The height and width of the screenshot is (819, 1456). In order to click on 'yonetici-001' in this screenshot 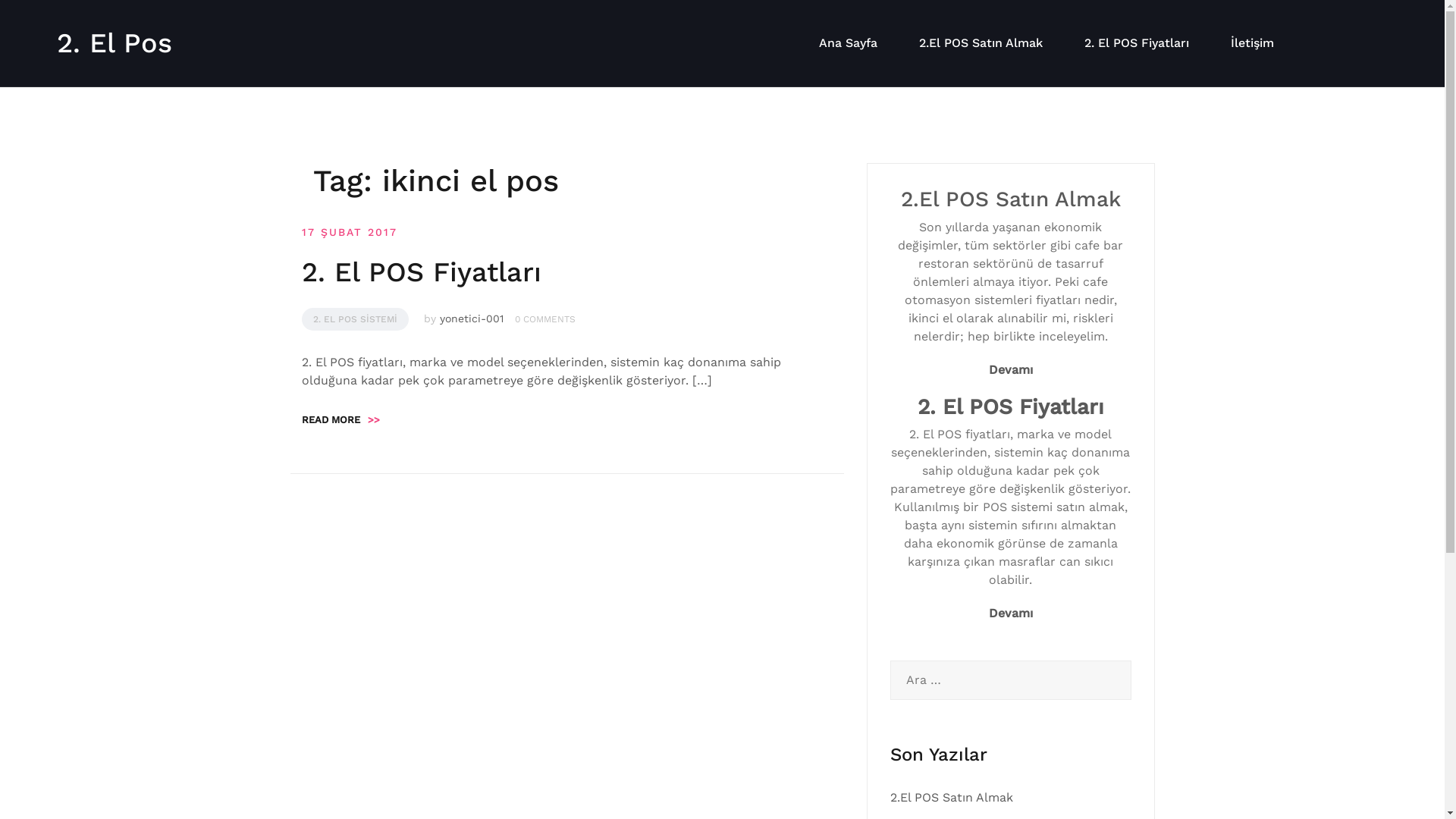, I will do `click(471, 318)`.